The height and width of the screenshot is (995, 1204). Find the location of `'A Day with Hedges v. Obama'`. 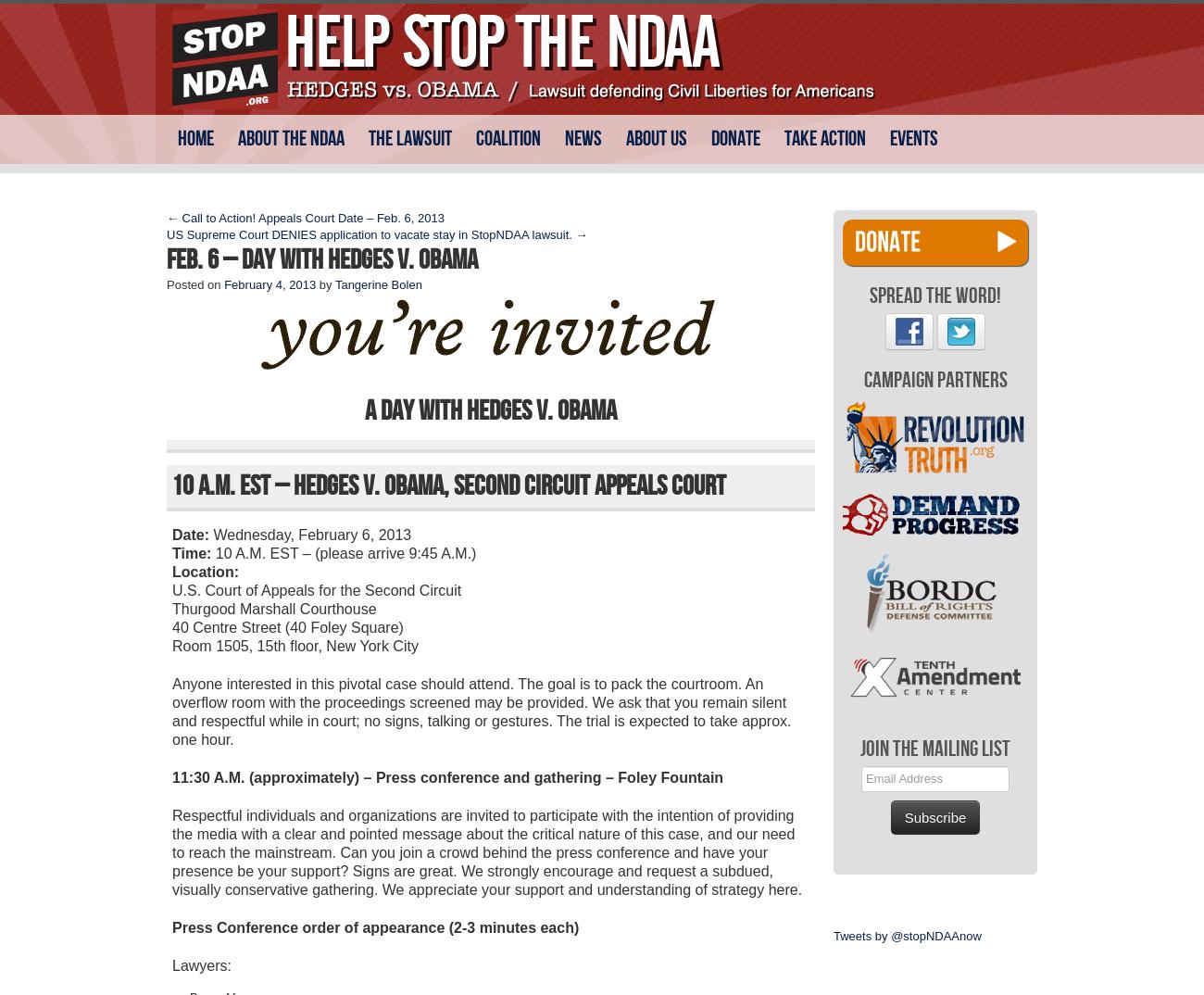

'A Day with Hedges v. Obama' is located at coordinates (491, 409).